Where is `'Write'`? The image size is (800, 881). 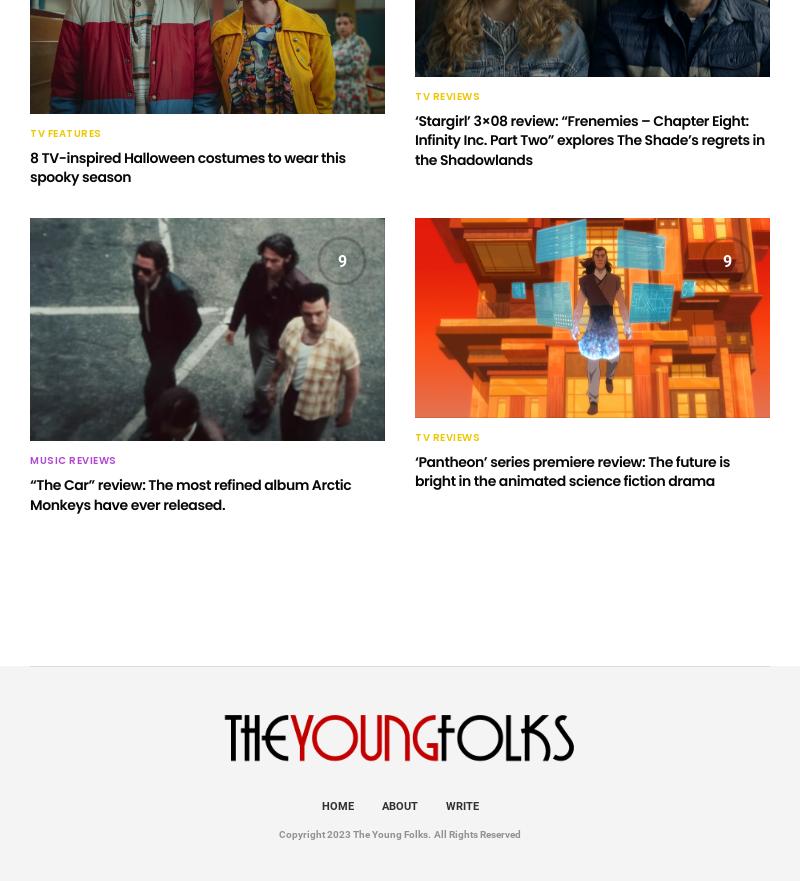 'Write' is located at coordinates (460, 805).